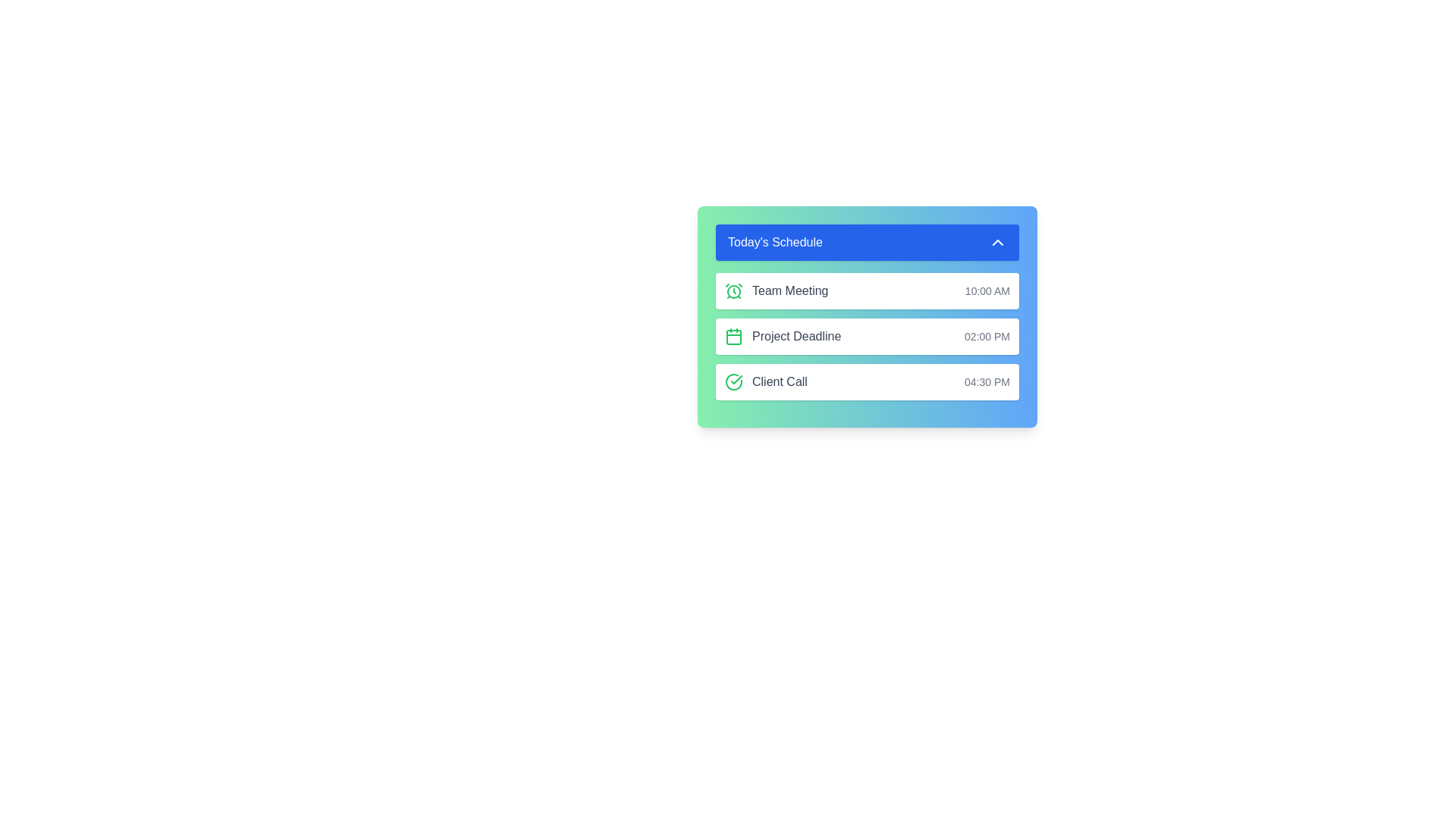 Image resolution: width=1456 pixels, height=819 pixels. Describe the element at coordinates (776, 291) in the screenshot. I see `the text of the schedule item 'Team Meeting' to select it` at that location.